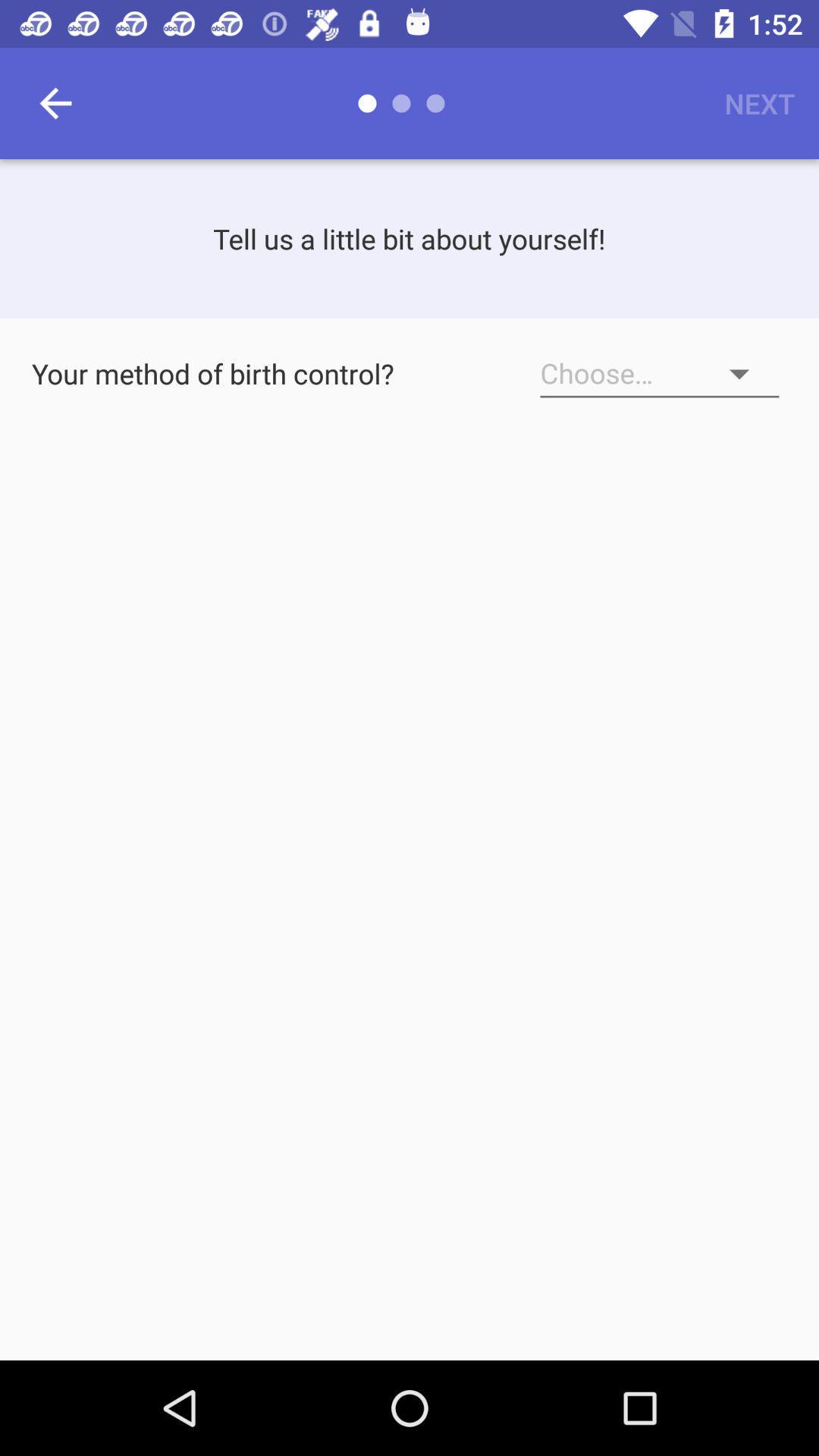  I want to click on drop down box to choose your method of birth control, so click(659, 374).